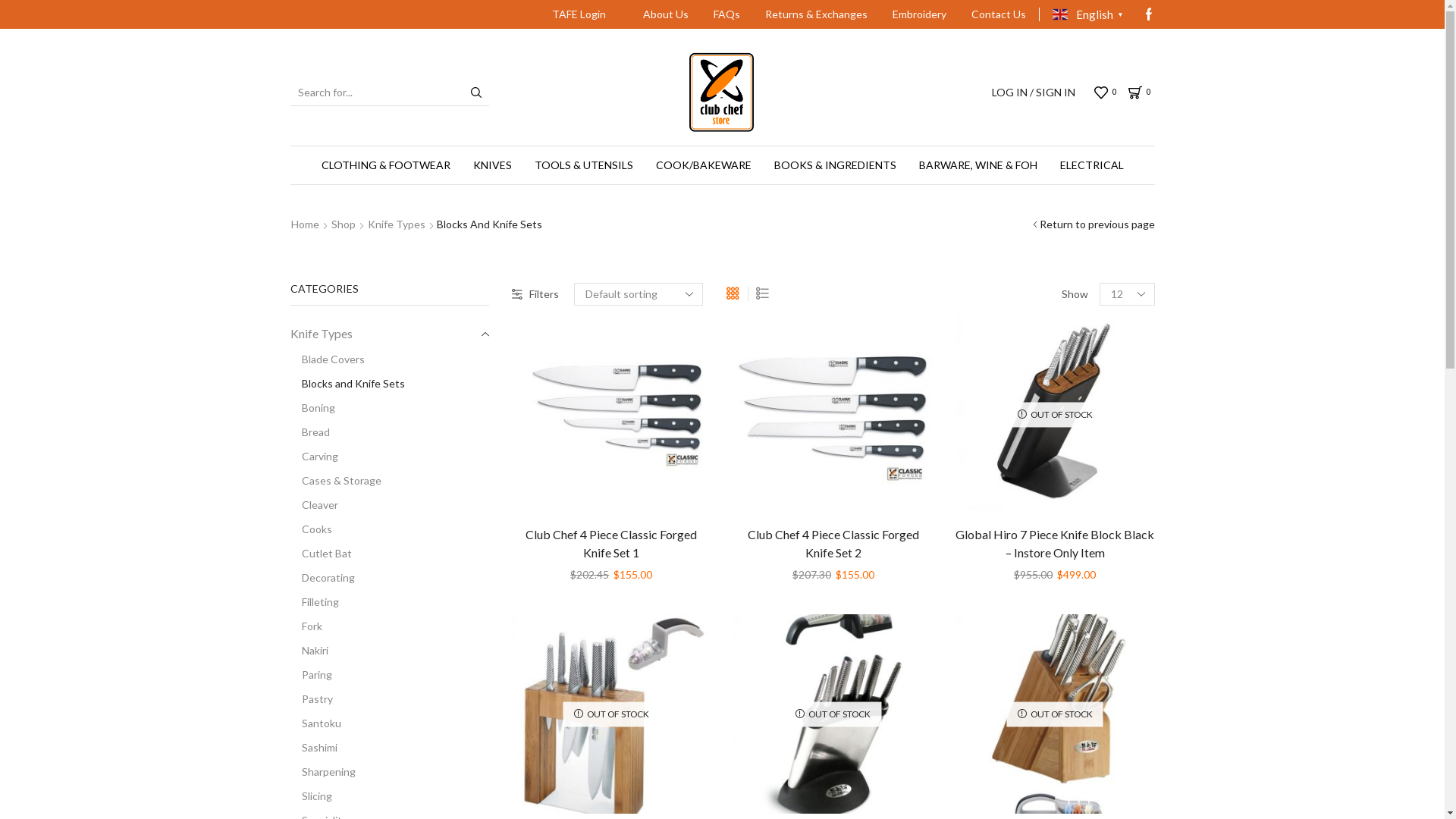 This screenshot has width=1456, height=819. Describe the element at coordinates (290, 382) in the screenshot. I see `'Blocks and Knife Sets'` at that location.